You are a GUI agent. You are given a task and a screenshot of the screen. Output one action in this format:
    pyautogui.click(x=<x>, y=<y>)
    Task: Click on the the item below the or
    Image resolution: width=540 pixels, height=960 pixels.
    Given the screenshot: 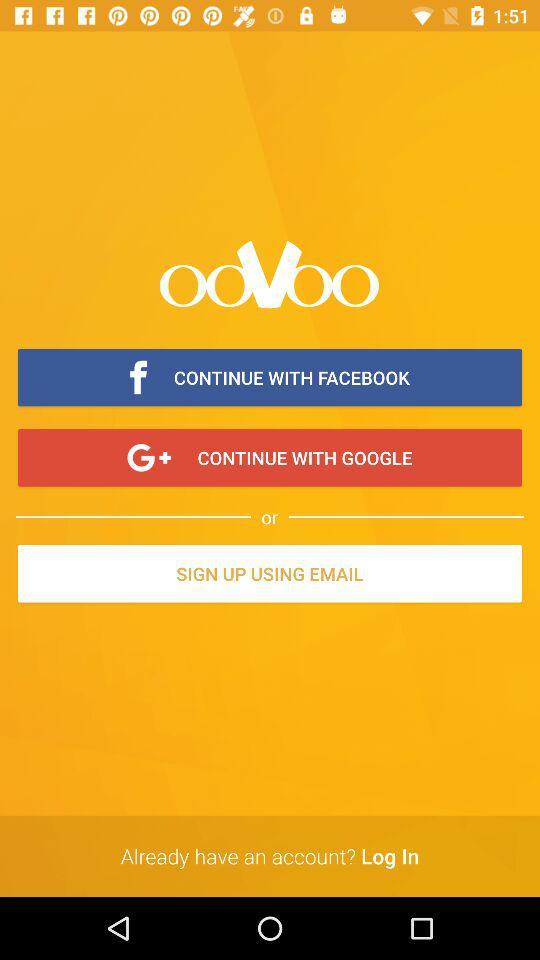 What is the action you would take?
    pyautogui.click(x=270, y=575)
    